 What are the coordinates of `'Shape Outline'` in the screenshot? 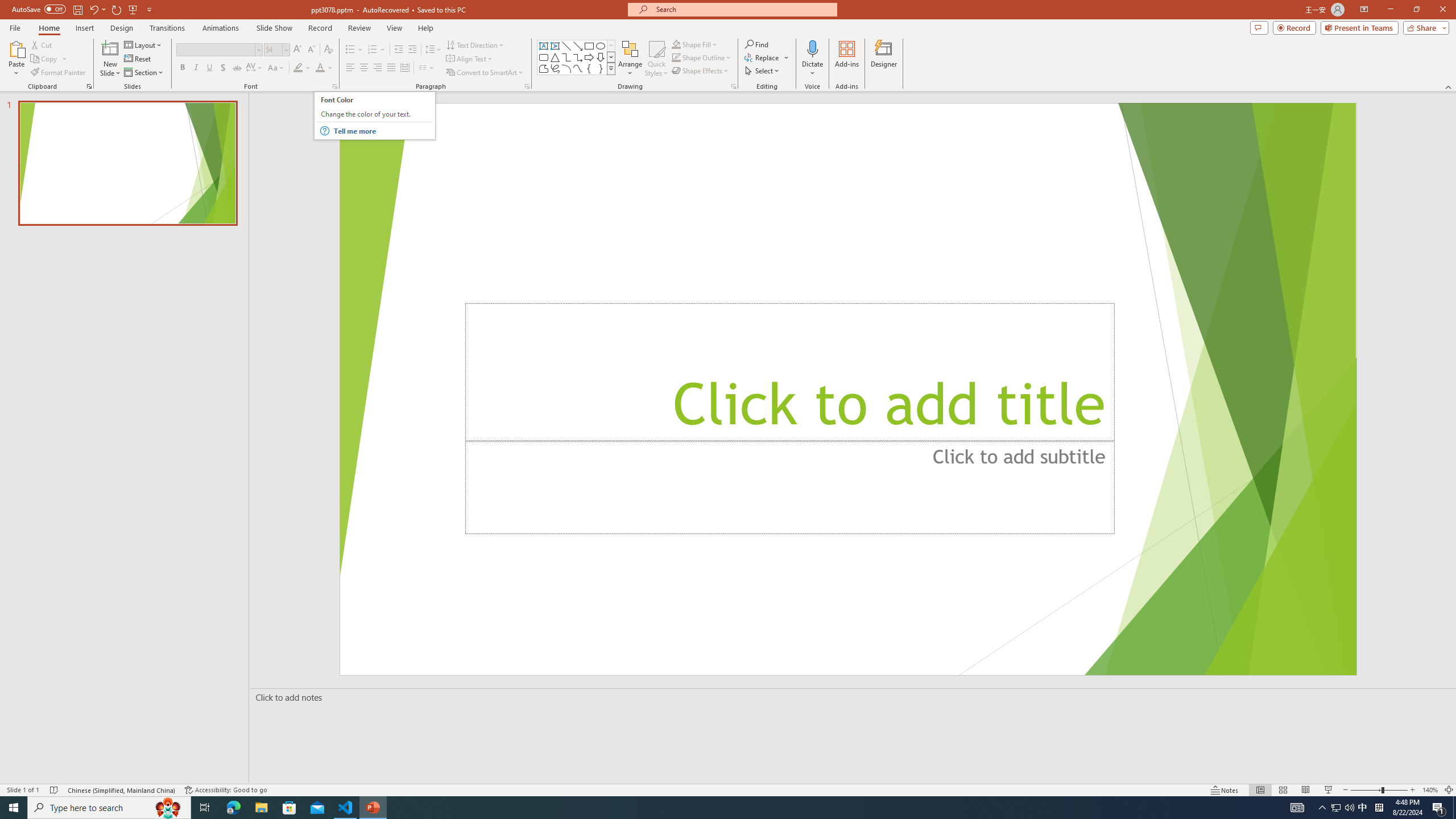 It's located at (701, 56).